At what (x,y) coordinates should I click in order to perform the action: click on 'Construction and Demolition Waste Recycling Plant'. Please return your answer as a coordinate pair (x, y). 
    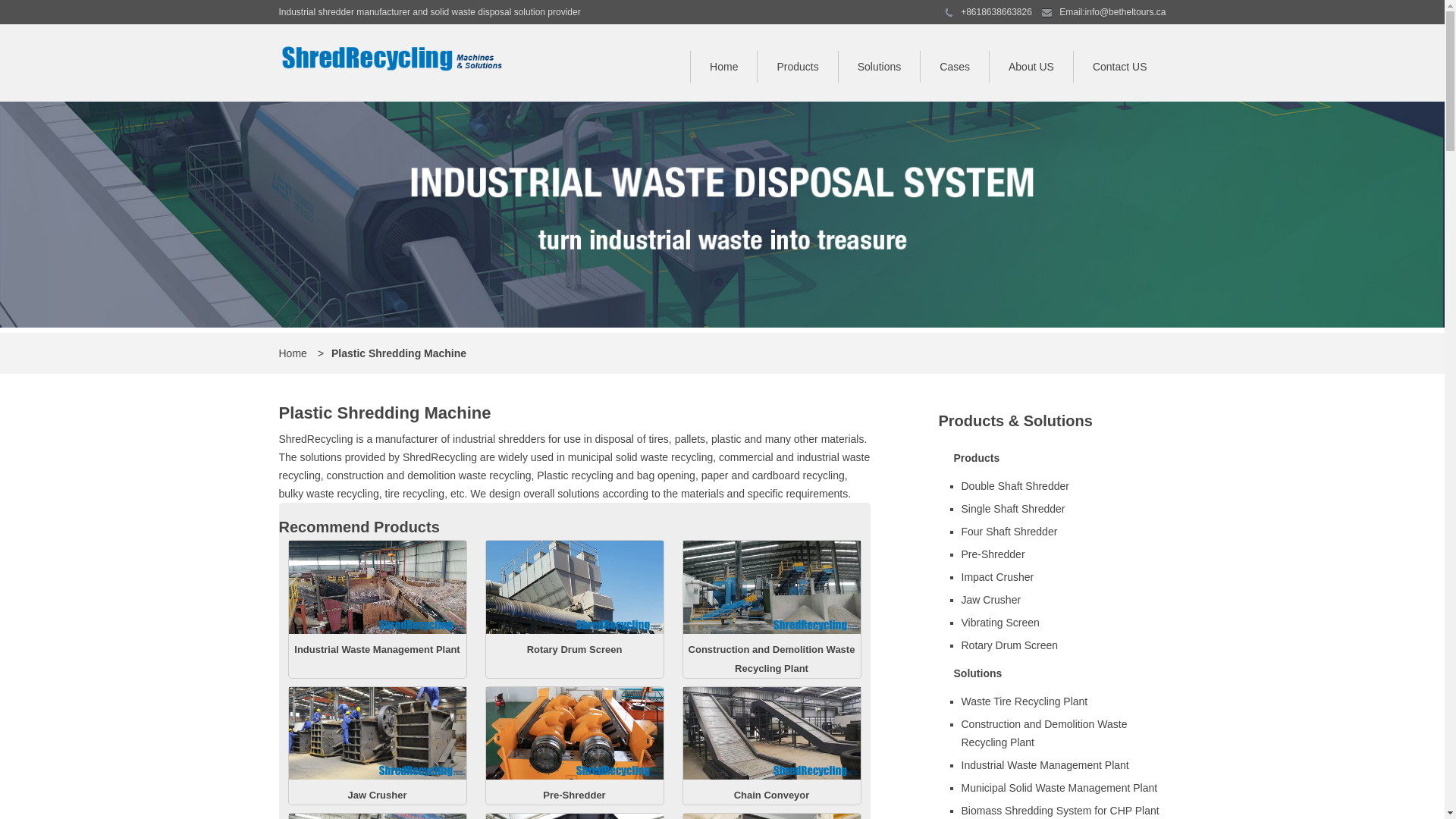
    Looking at the image, I should click on (682, 630).